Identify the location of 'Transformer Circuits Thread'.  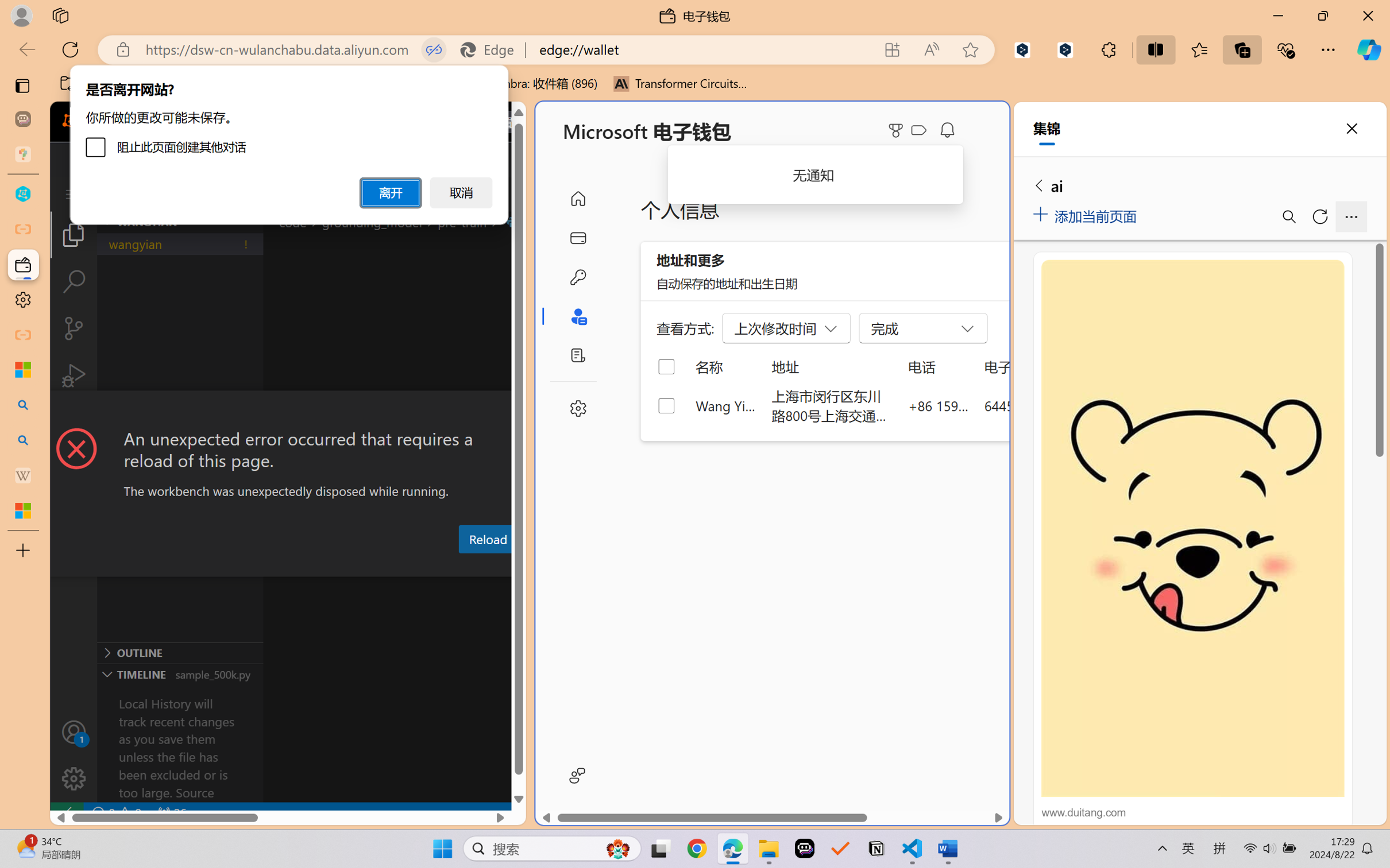
(680, 83).